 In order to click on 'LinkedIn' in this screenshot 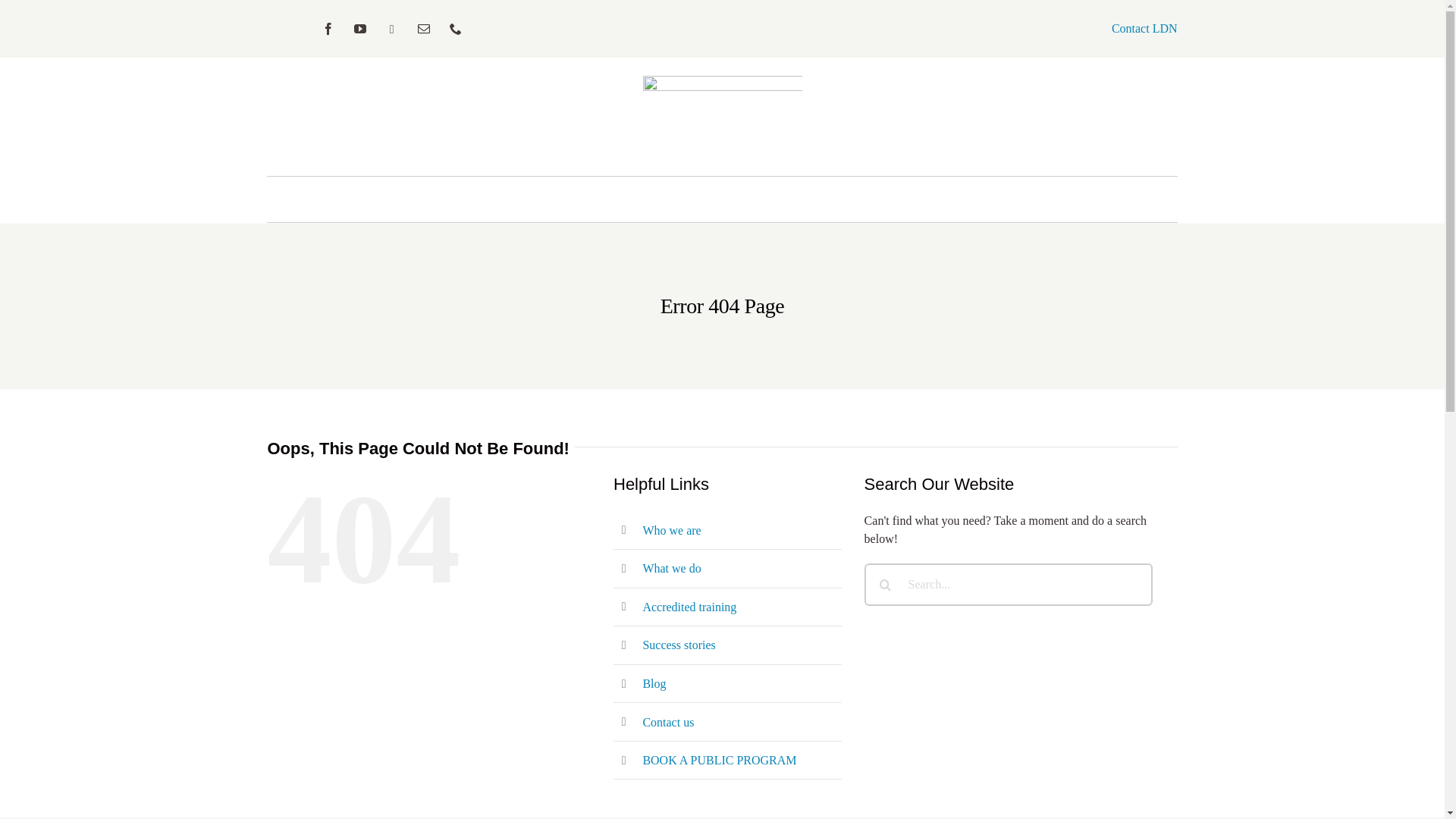, I will do `click(392, 29)`.